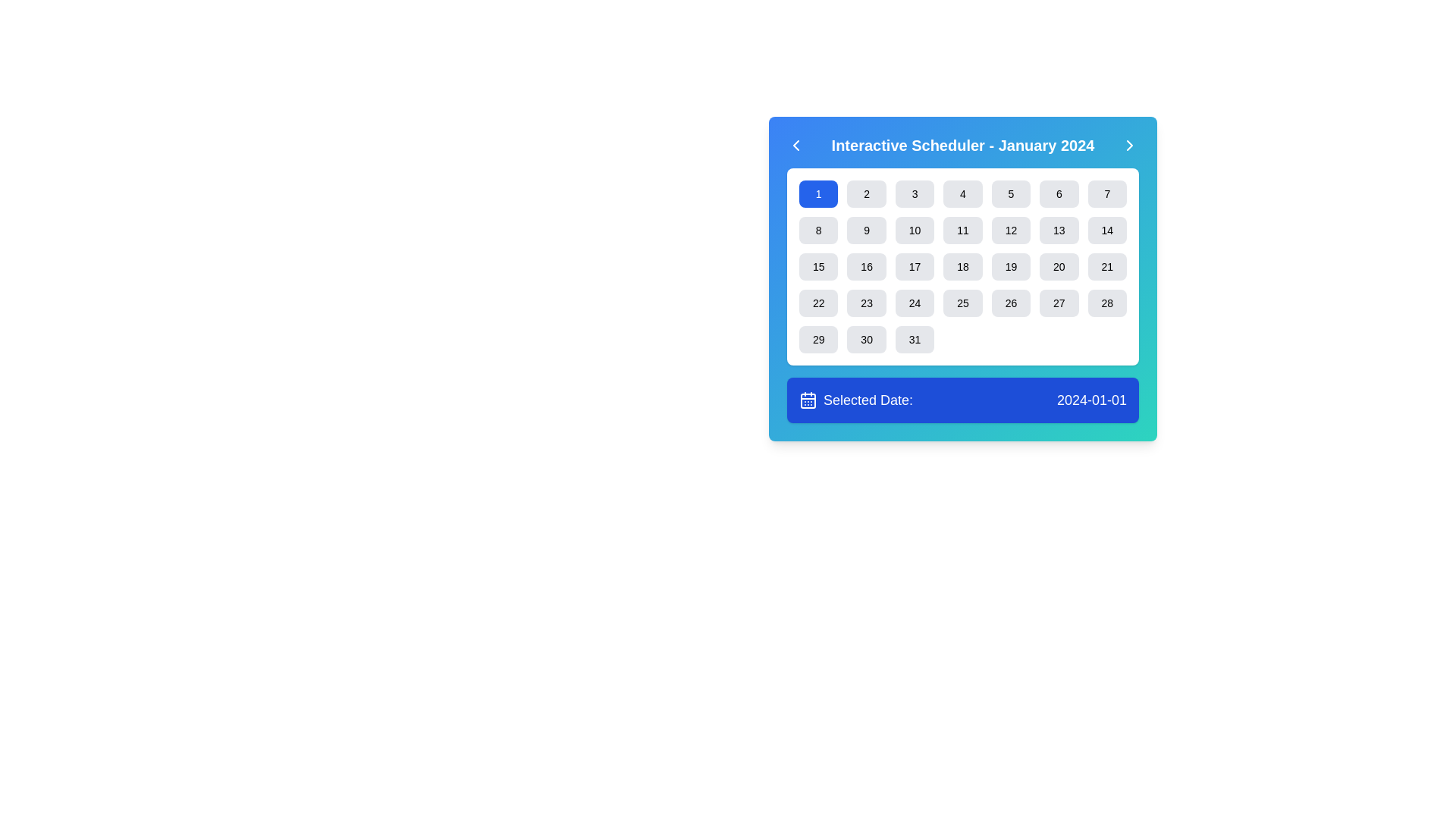  I want to click on the button representing the date '31' in the calendar interface, so click(914, 338).